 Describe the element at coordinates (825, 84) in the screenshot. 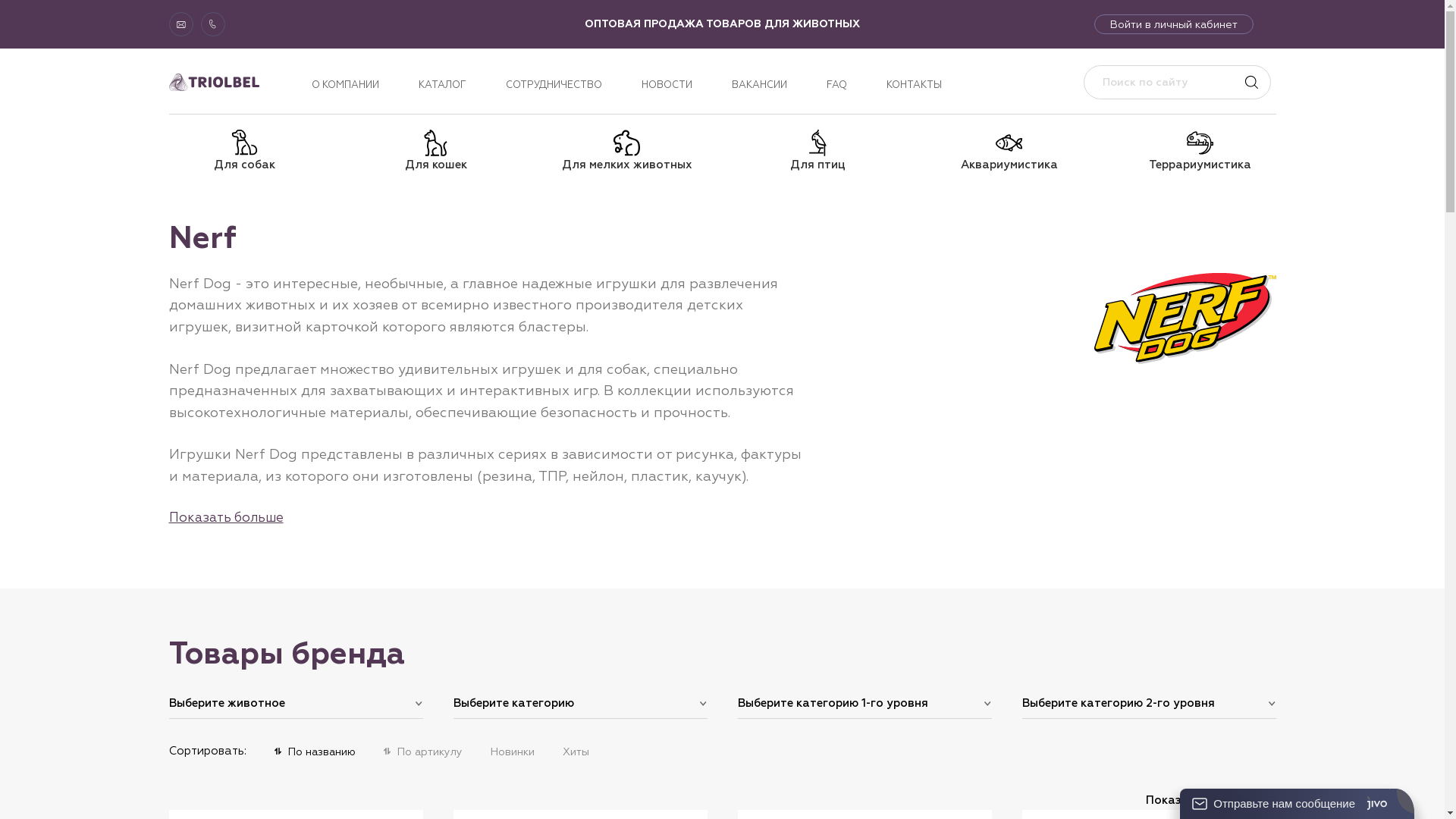

I see `'FAQ'` at that location.